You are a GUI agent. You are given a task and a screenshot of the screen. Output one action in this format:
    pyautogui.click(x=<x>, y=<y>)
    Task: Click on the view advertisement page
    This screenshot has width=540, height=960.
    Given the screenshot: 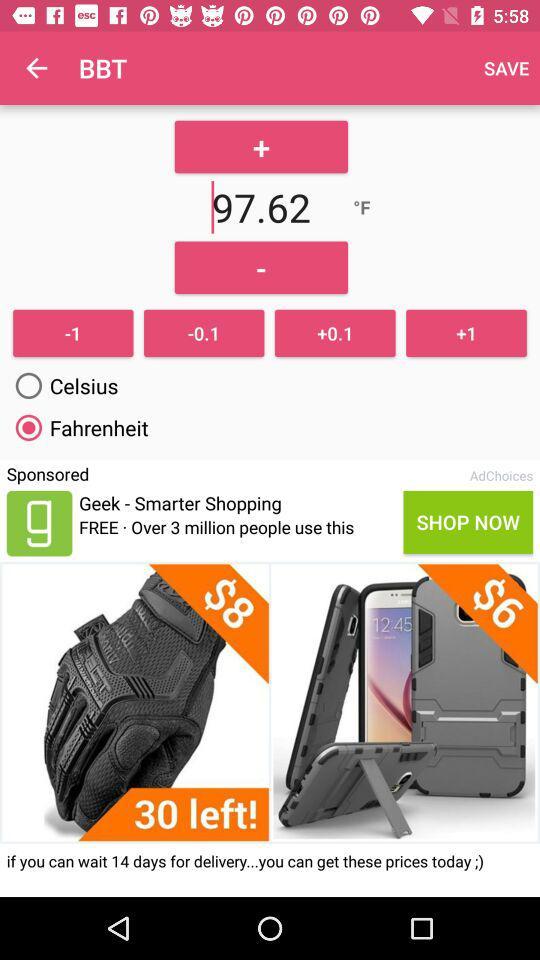 What is the action you would take?
    pyautogui.click(x=270, y=702)
    